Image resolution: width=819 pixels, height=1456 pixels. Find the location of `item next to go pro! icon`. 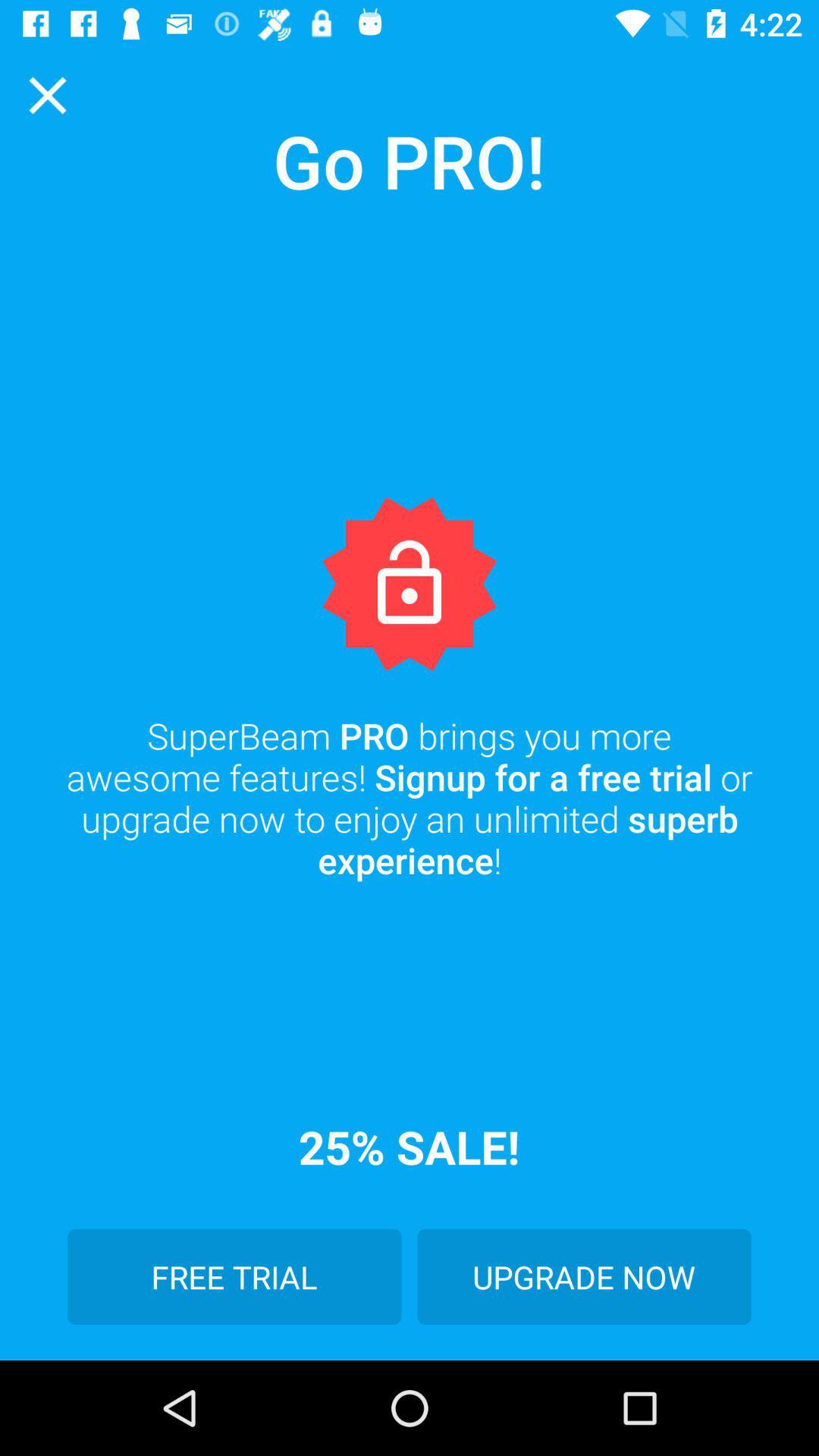

item next to go pro! icon is located at coordinates (46, 94).